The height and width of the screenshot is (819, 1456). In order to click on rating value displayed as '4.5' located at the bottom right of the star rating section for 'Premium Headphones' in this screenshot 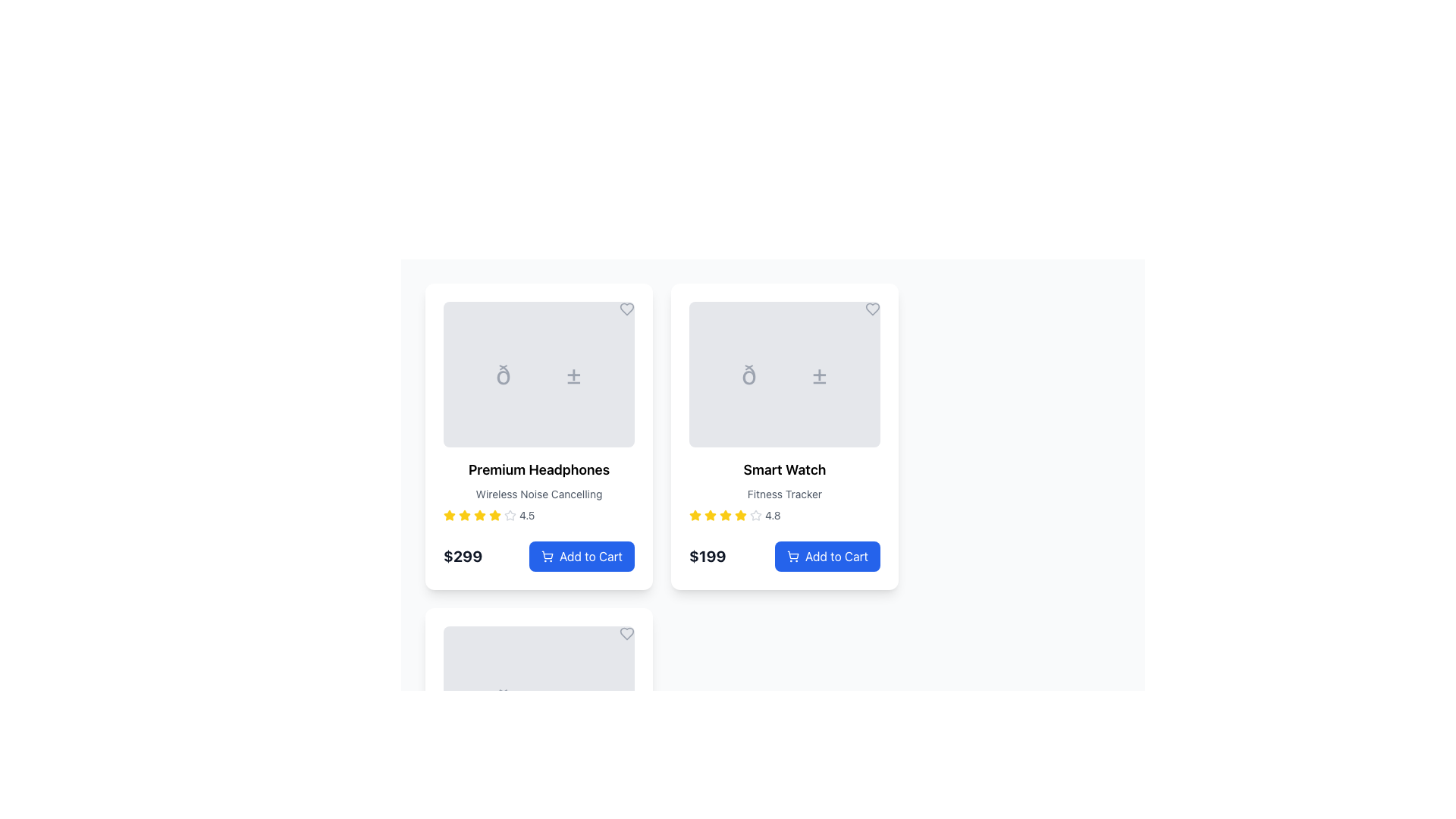, I will do `click(527, 514)`.